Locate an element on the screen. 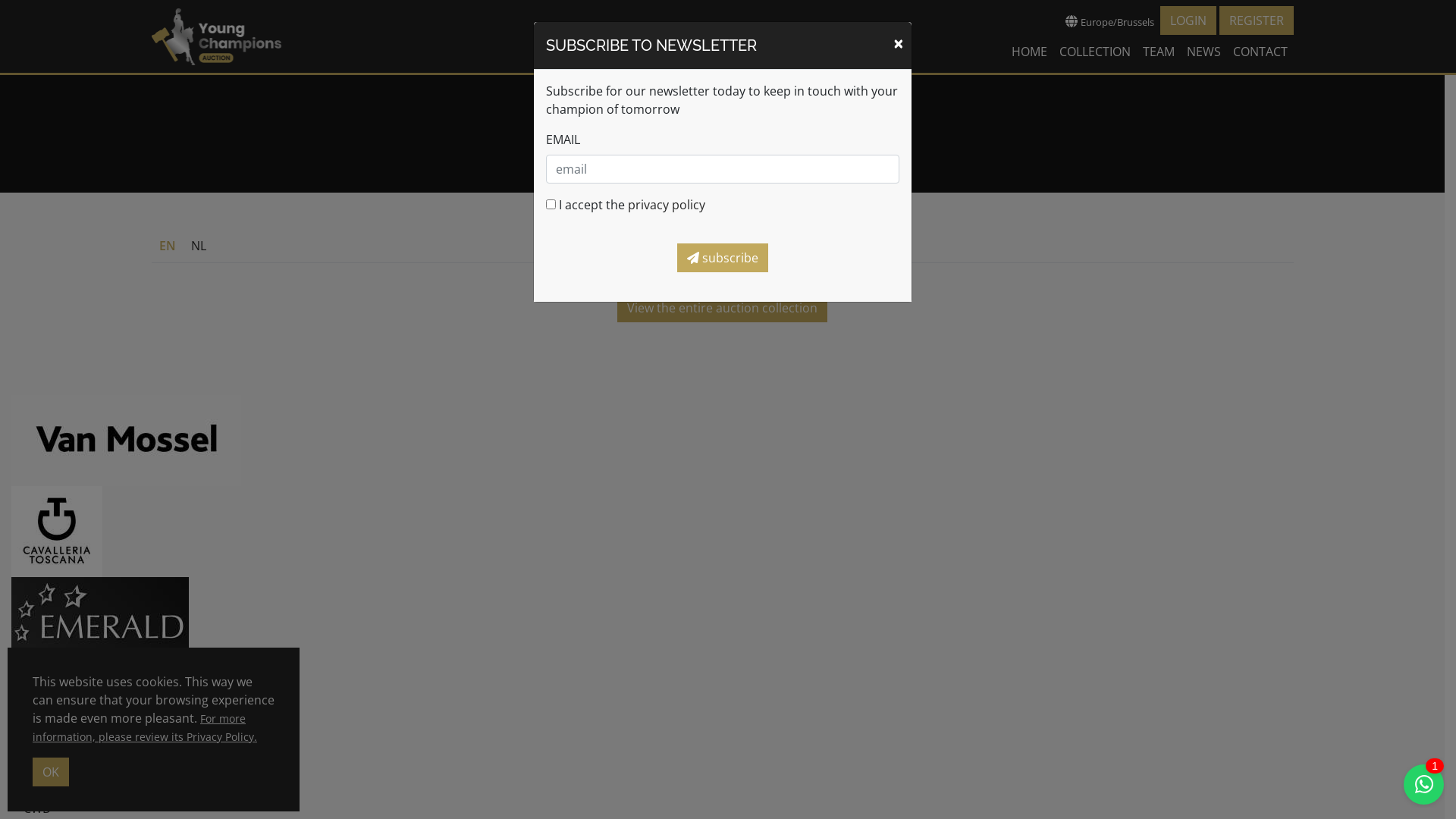  'EN' is located at coordinates (167, 245).